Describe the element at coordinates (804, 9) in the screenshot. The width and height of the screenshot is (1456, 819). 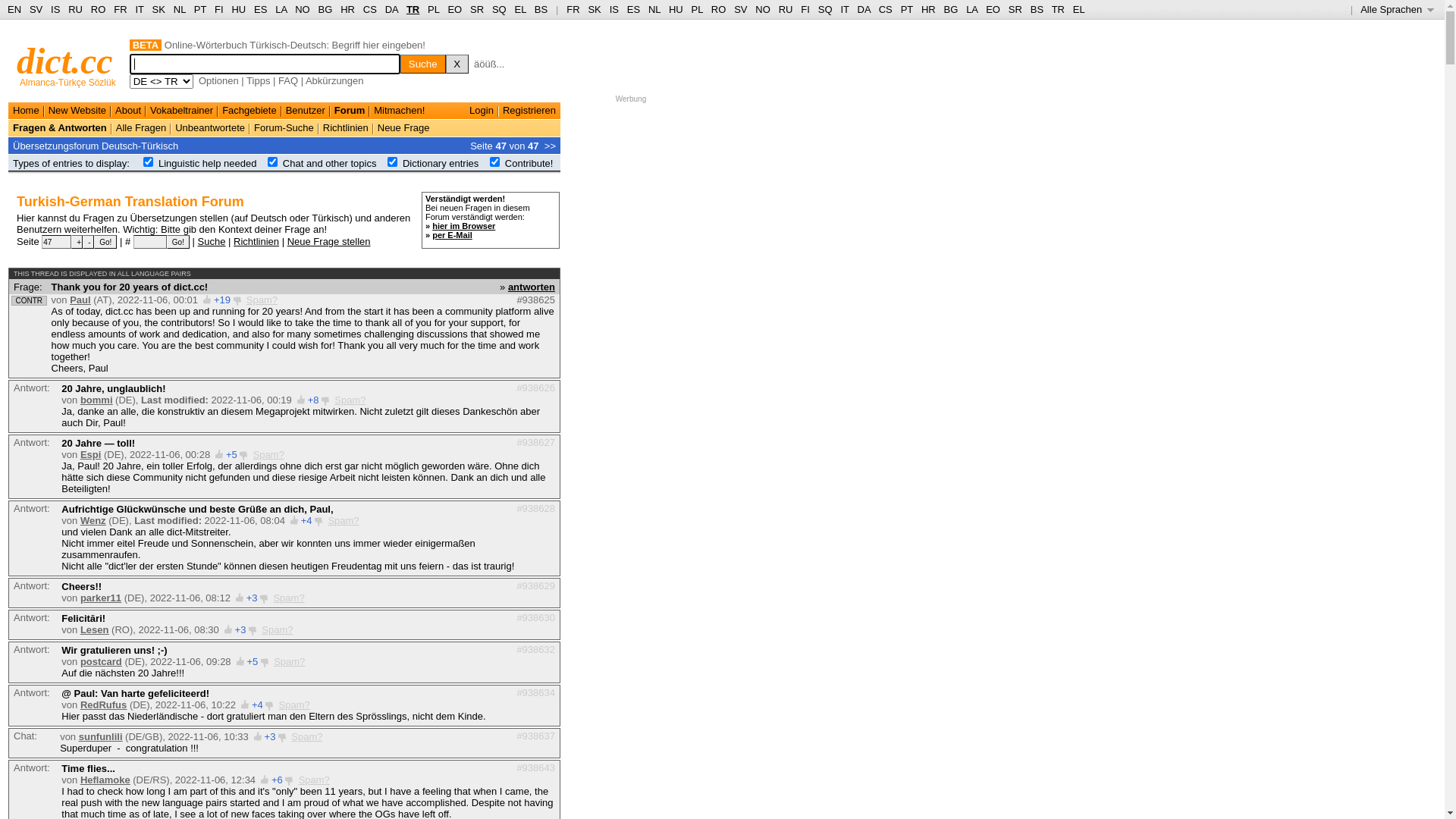
I see `'FI'` at that location.